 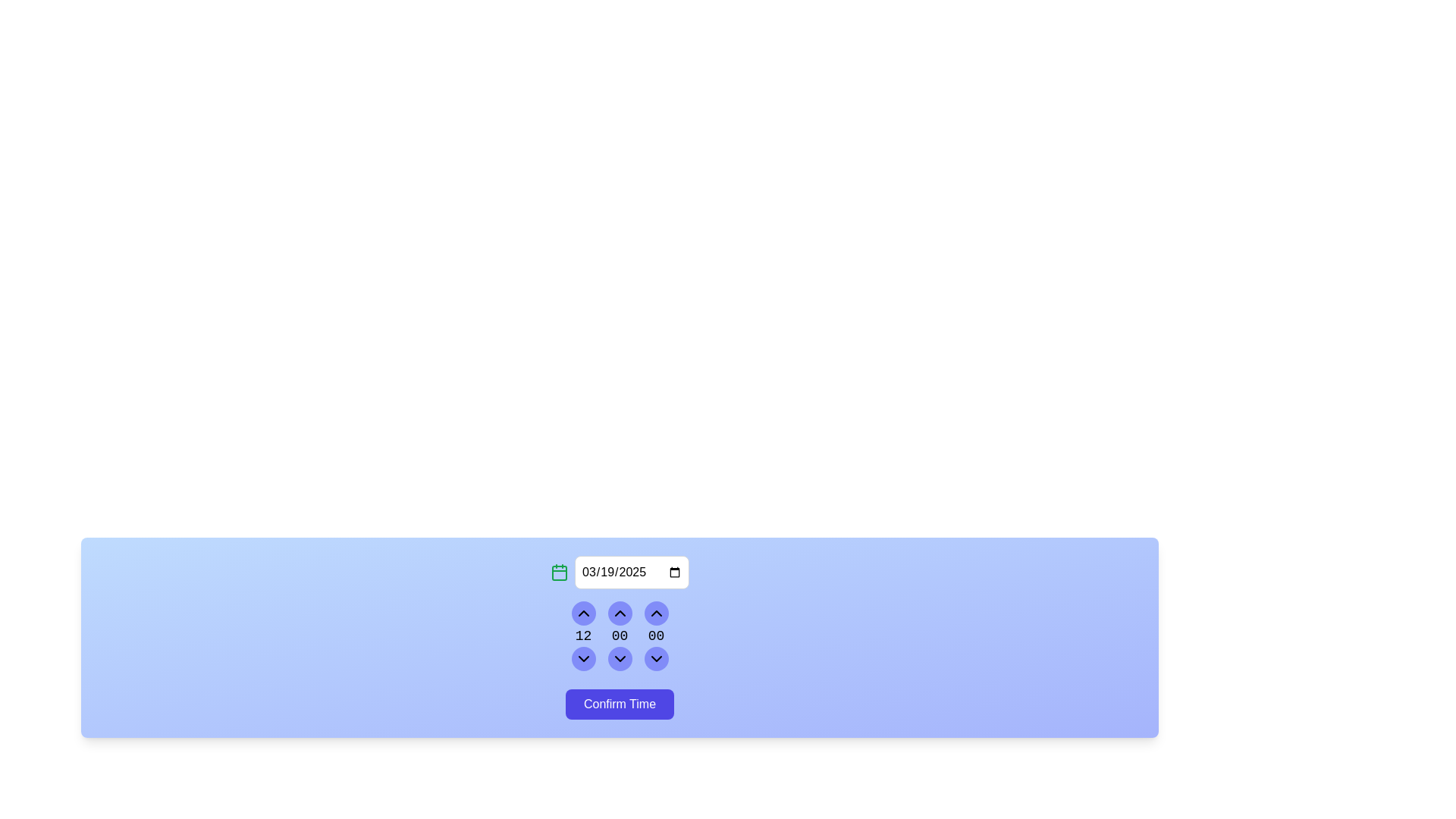 What do you see at coordinates (582, 657) in the screenshot?
I see `the SVG icon representing a down chevron located within the circular button in the bottom-left section of the time adjustment interface` at bounding box center [582, 657].